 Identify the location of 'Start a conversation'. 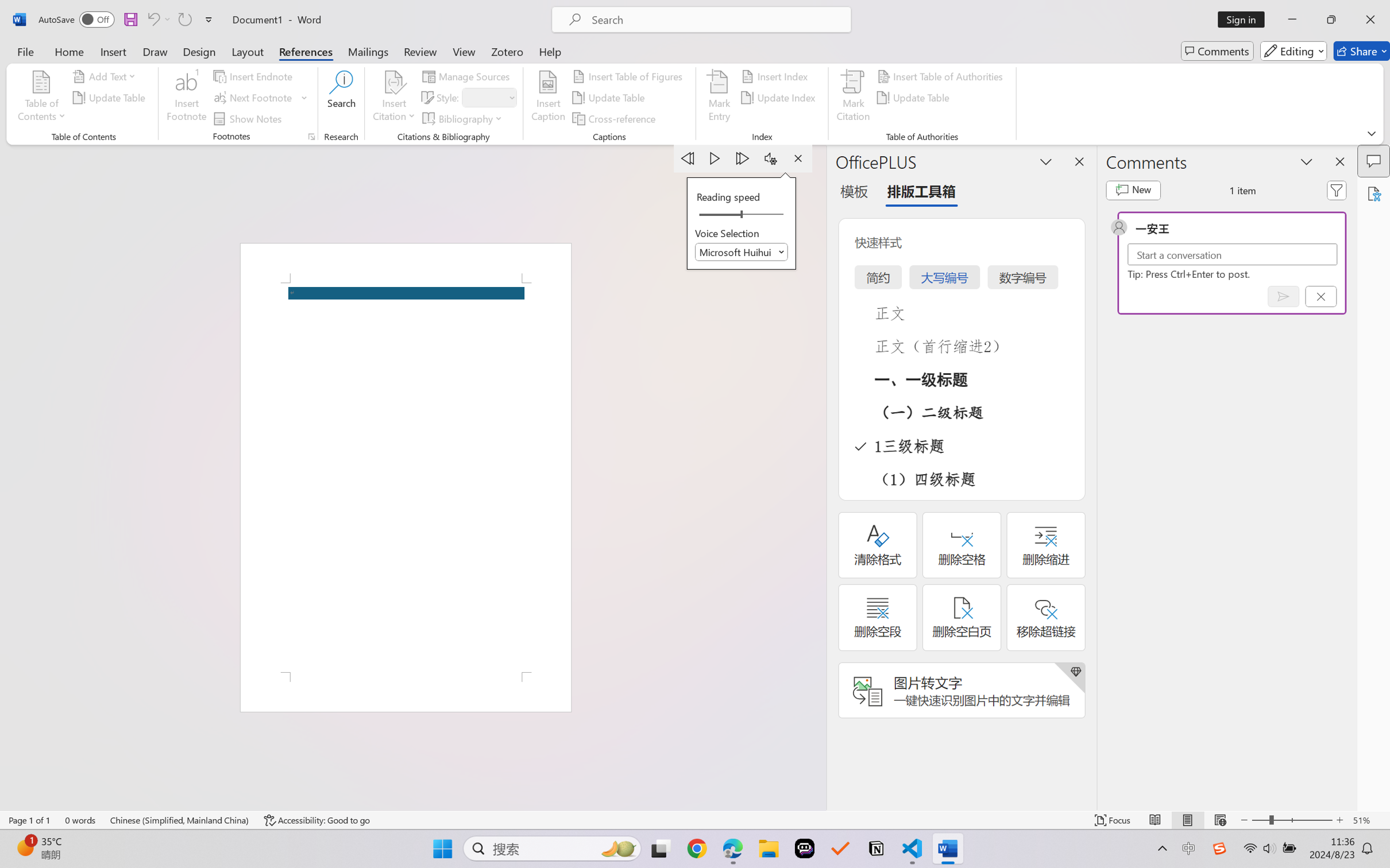
(1232, 254).